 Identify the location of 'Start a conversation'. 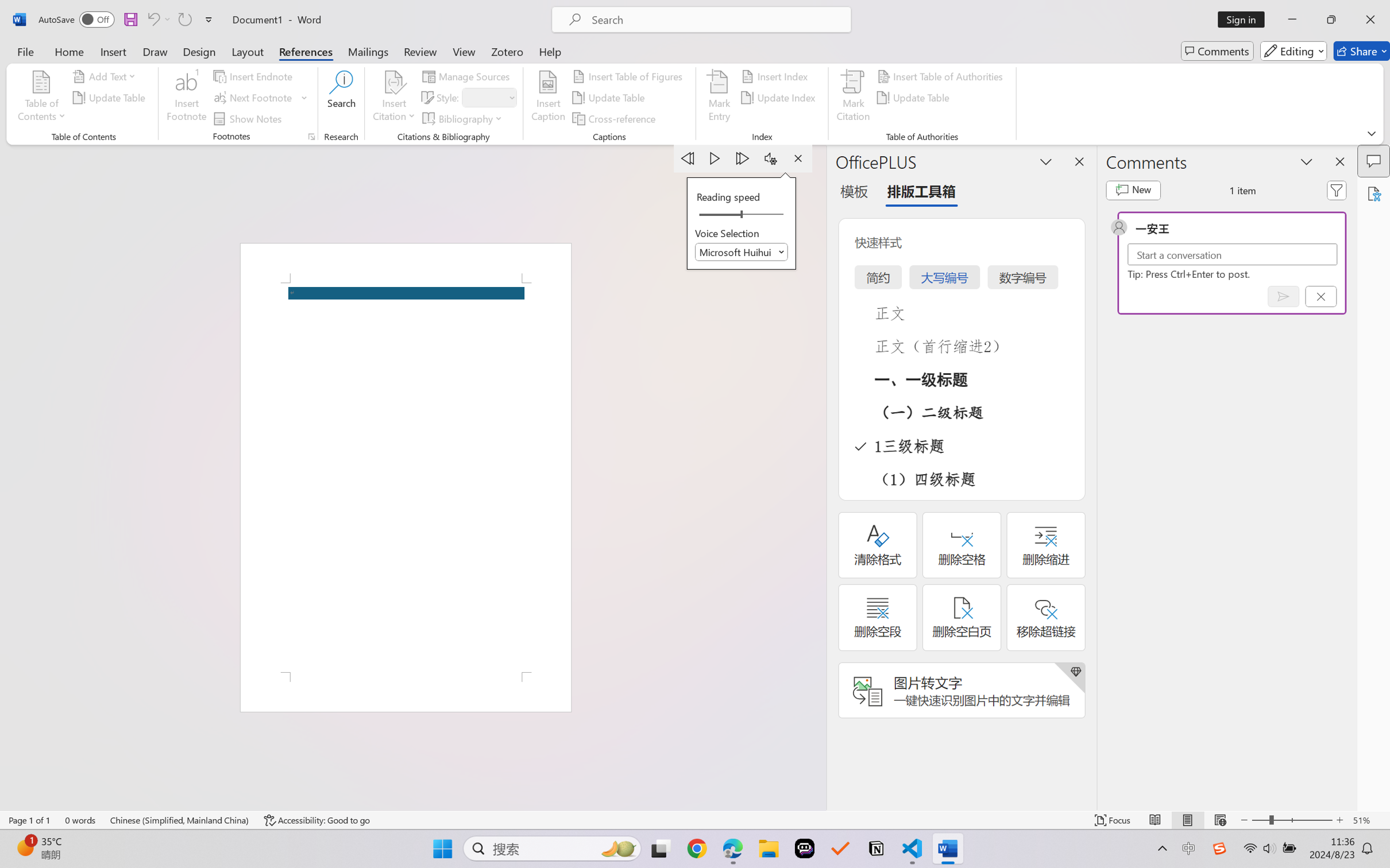
(1232, 254).